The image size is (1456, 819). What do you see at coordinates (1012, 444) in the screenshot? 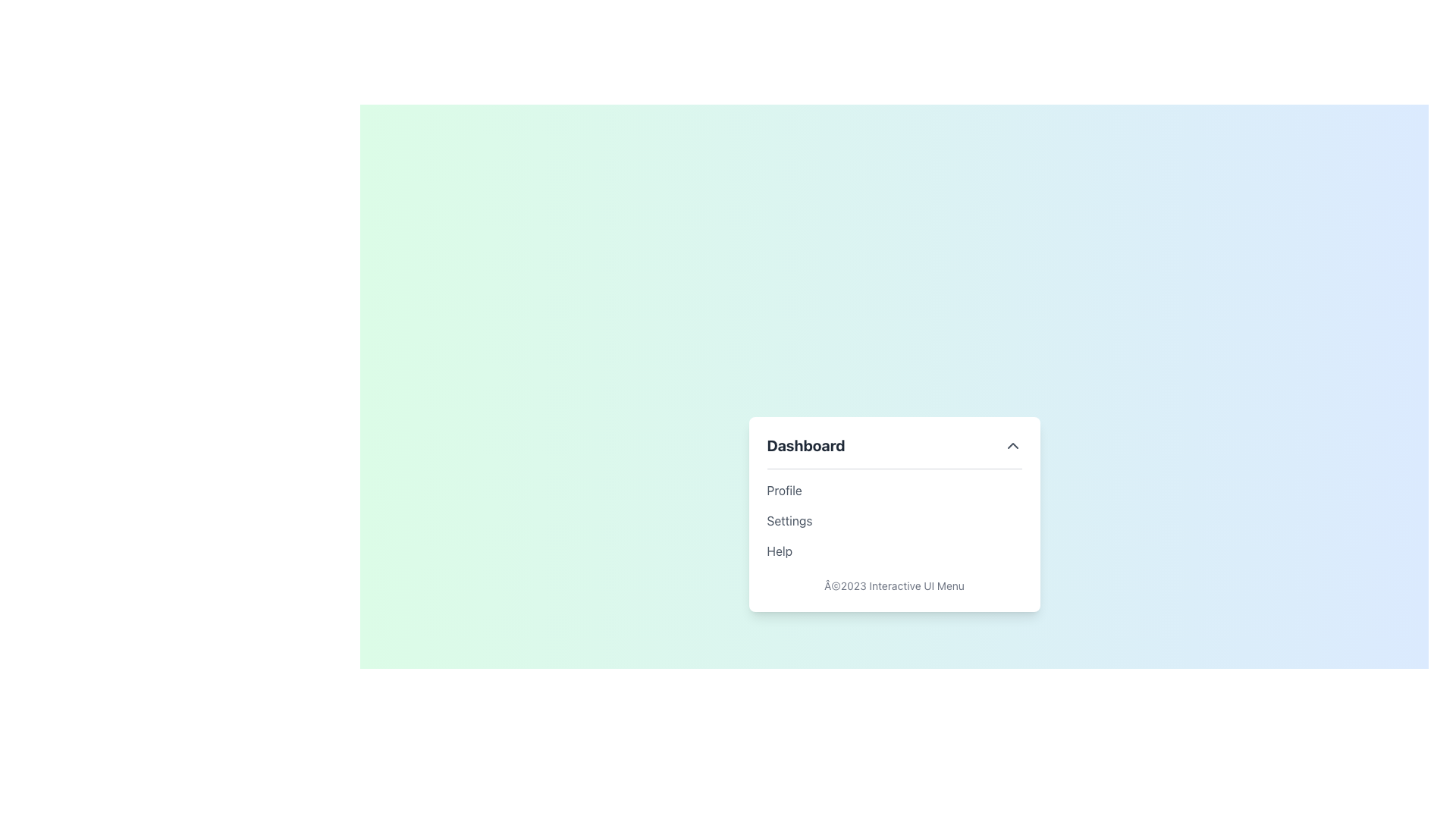
I see `the toggle button in the top-right corner of the 'Dashboard' section` at bounding box center [1012, 444].